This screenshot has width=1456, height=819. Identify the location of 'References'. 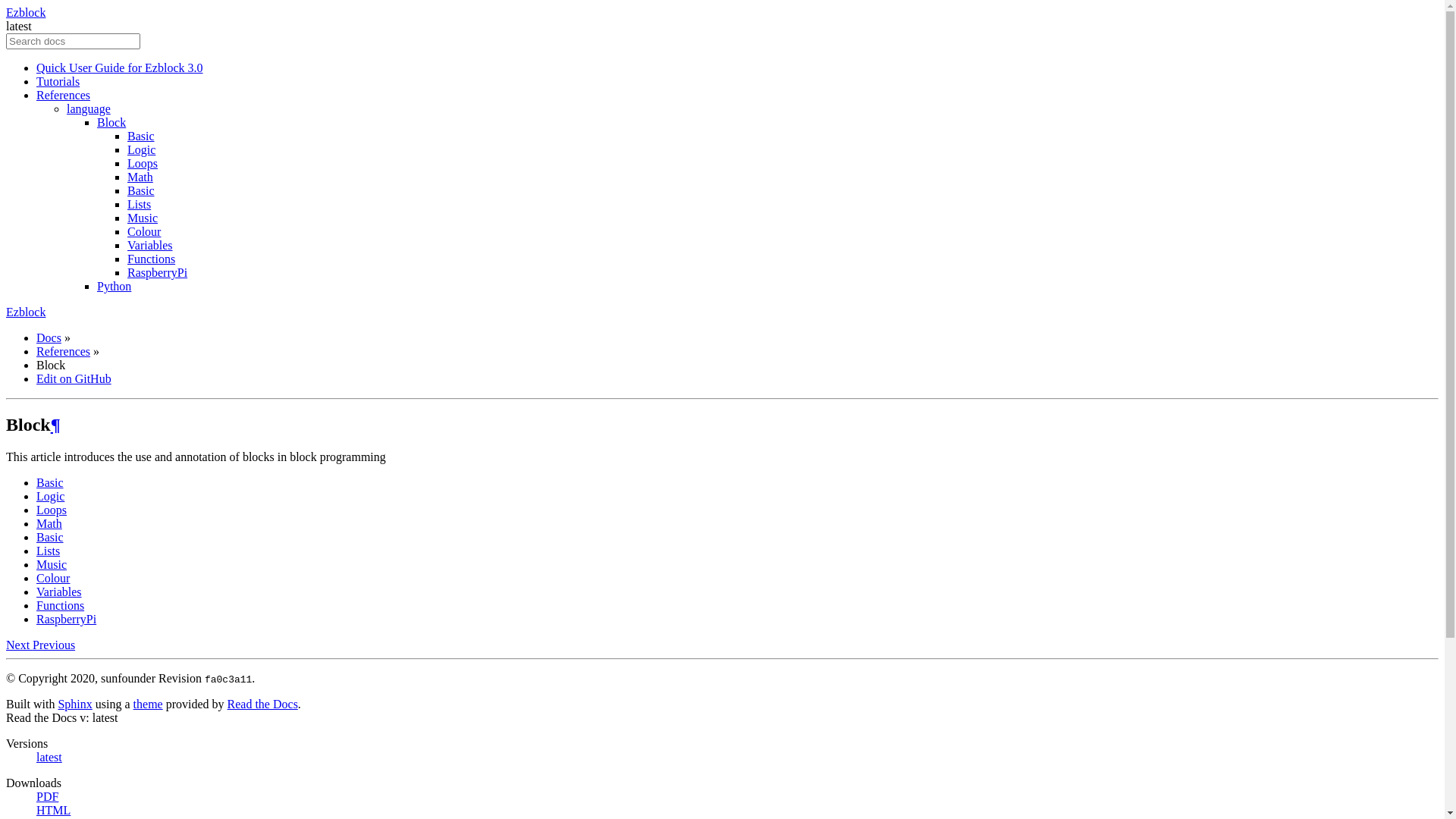
(62, 95).